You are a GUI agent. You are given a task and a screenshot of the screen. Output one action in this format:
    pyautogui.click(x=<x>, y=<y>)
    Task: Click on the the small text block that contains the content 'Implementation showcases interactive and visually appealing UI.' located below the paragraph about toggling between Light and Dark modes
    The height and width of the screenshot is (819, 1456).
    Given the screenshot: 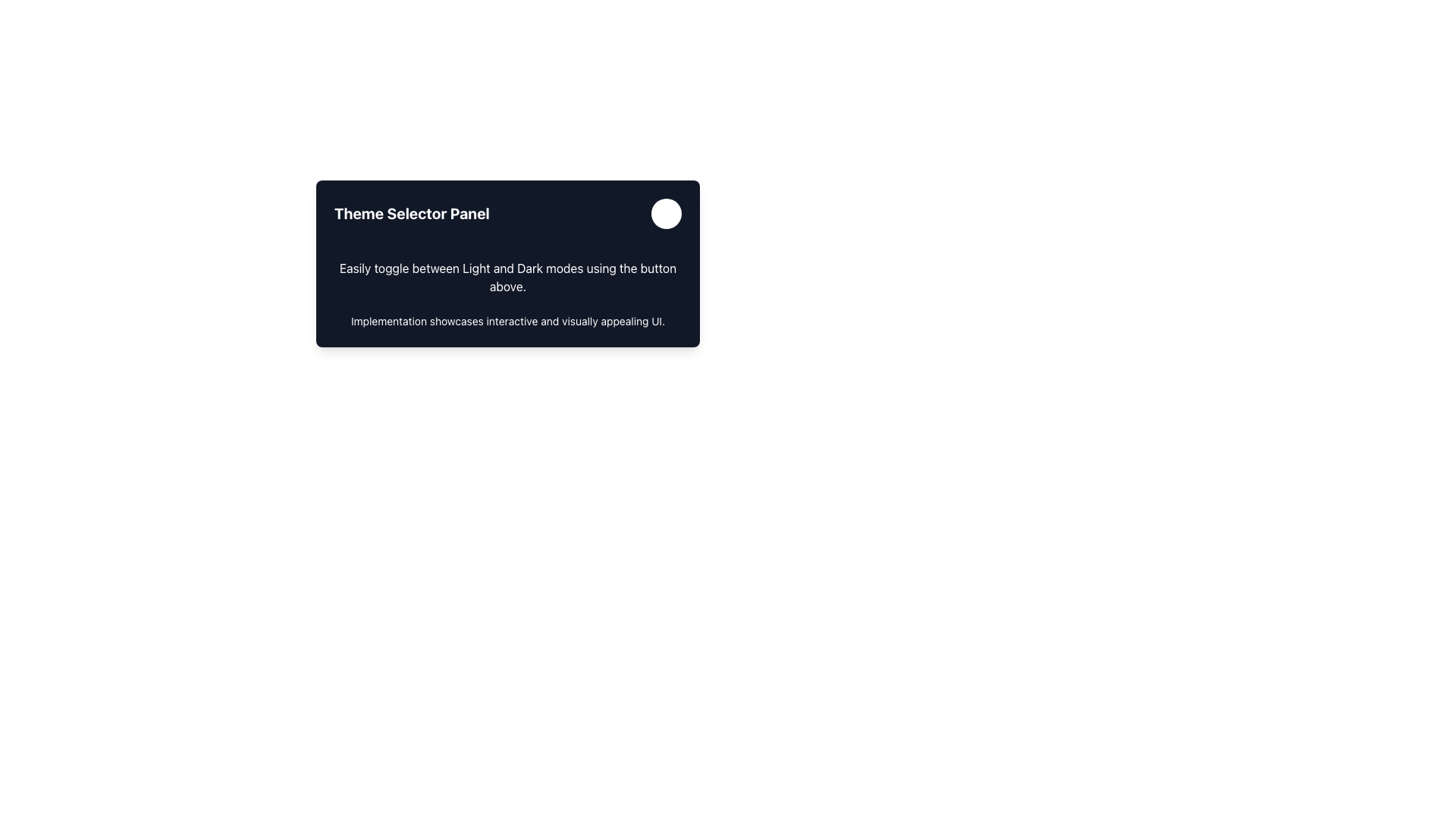 What is the action you would take?
    pyautogui.click(x=508, y=321)
    